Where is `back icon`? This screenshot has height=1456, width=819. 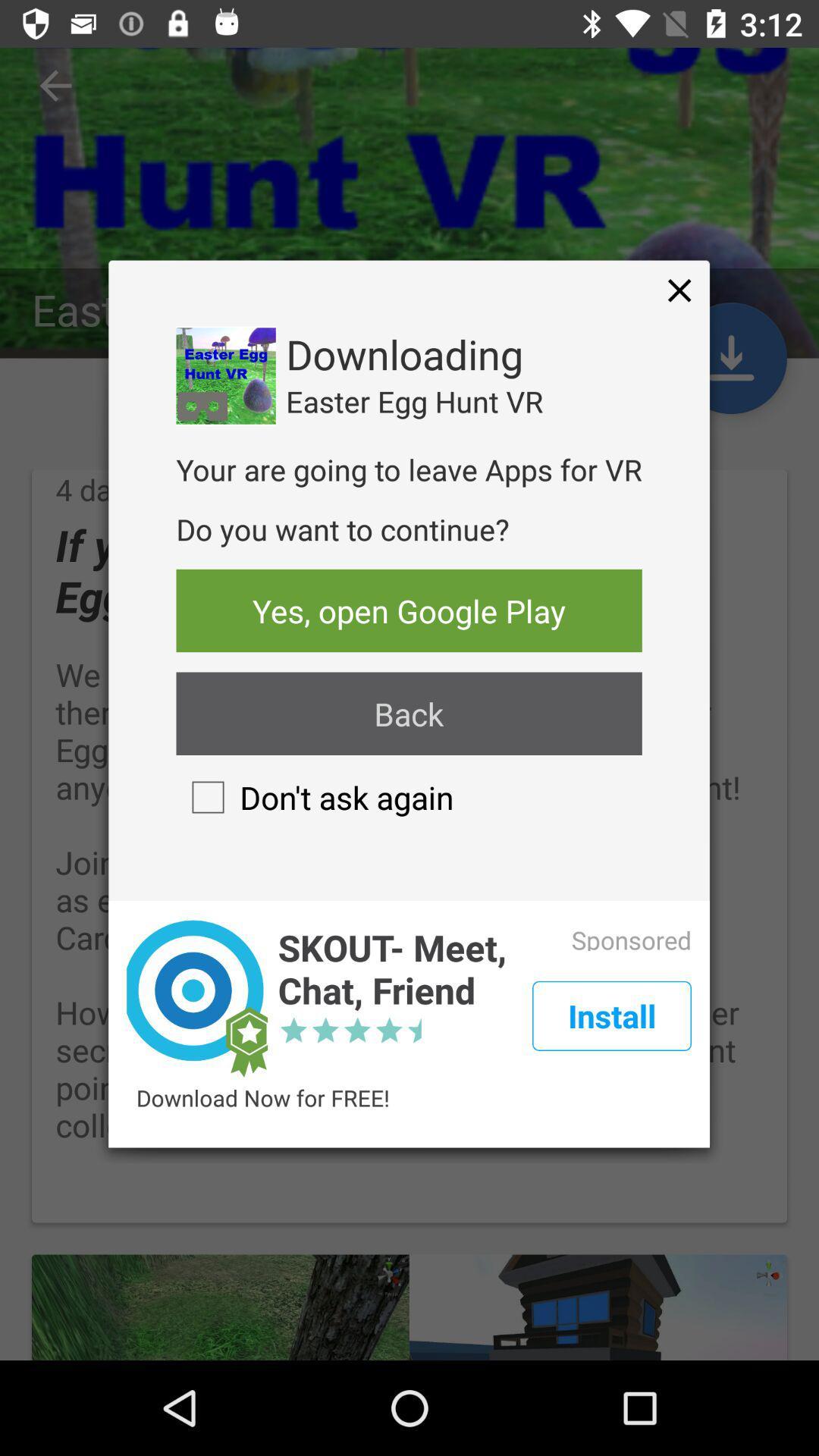 back icon is located at coordinates (408, 713).